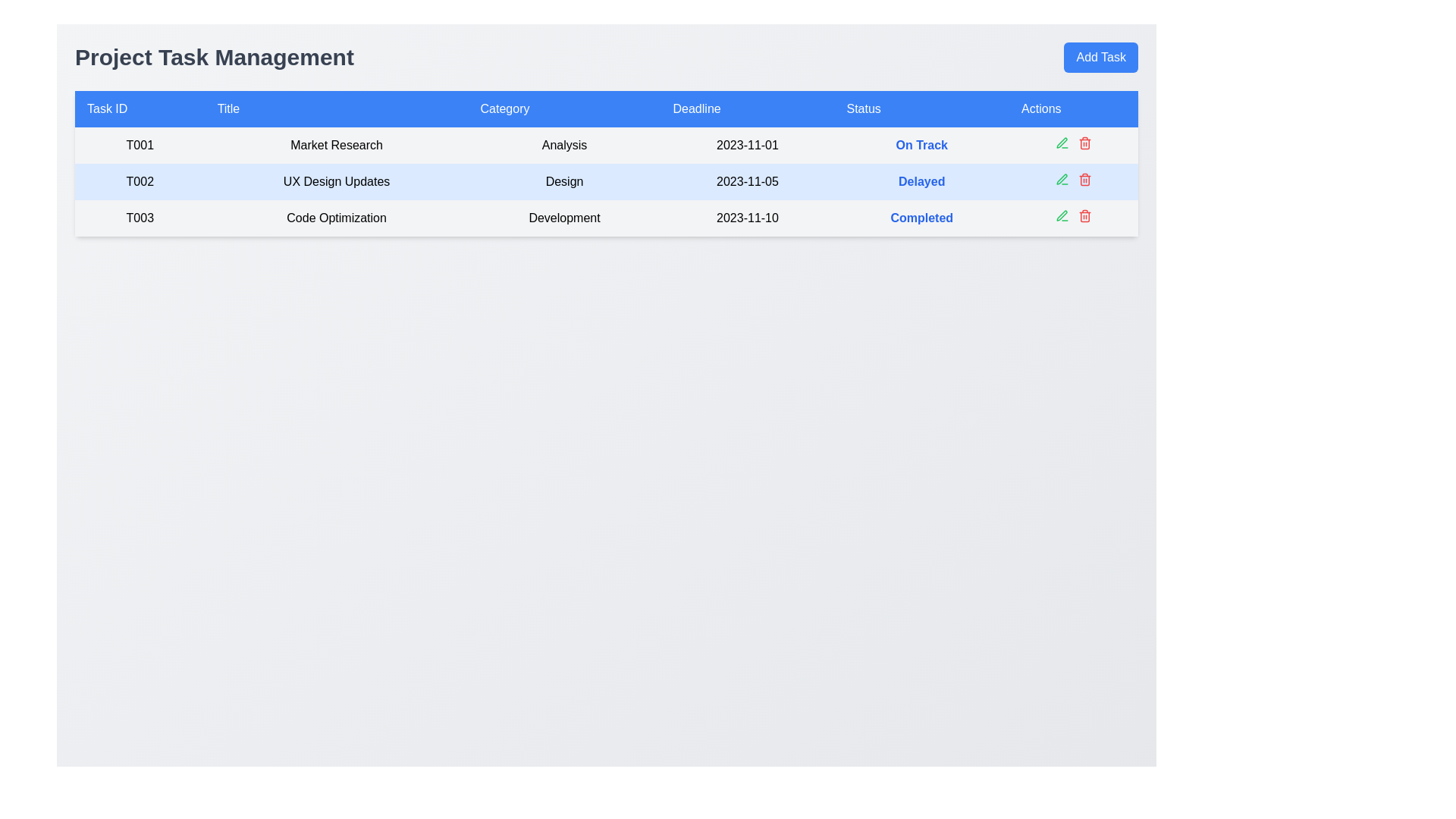  Describe the element at coordinates (747, 146) in the screenshot. I see `the date display element showing '2023-11-01' in the fourth column of the first data row, which is part of a project details table` at that location.